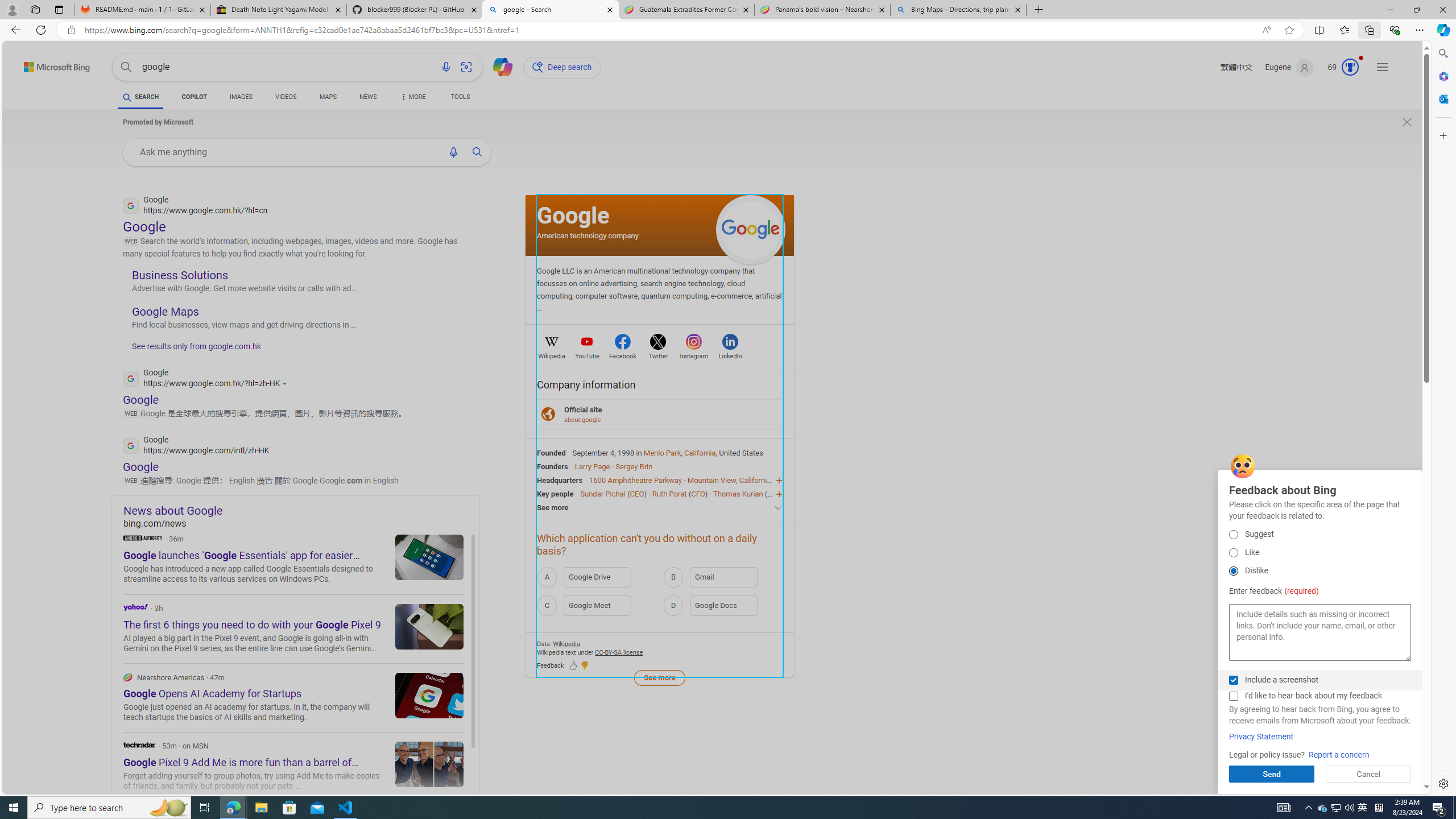 This screenshot has height=819, width=1456. I want to click on 'Privacy Statement', so click(1261, 737).